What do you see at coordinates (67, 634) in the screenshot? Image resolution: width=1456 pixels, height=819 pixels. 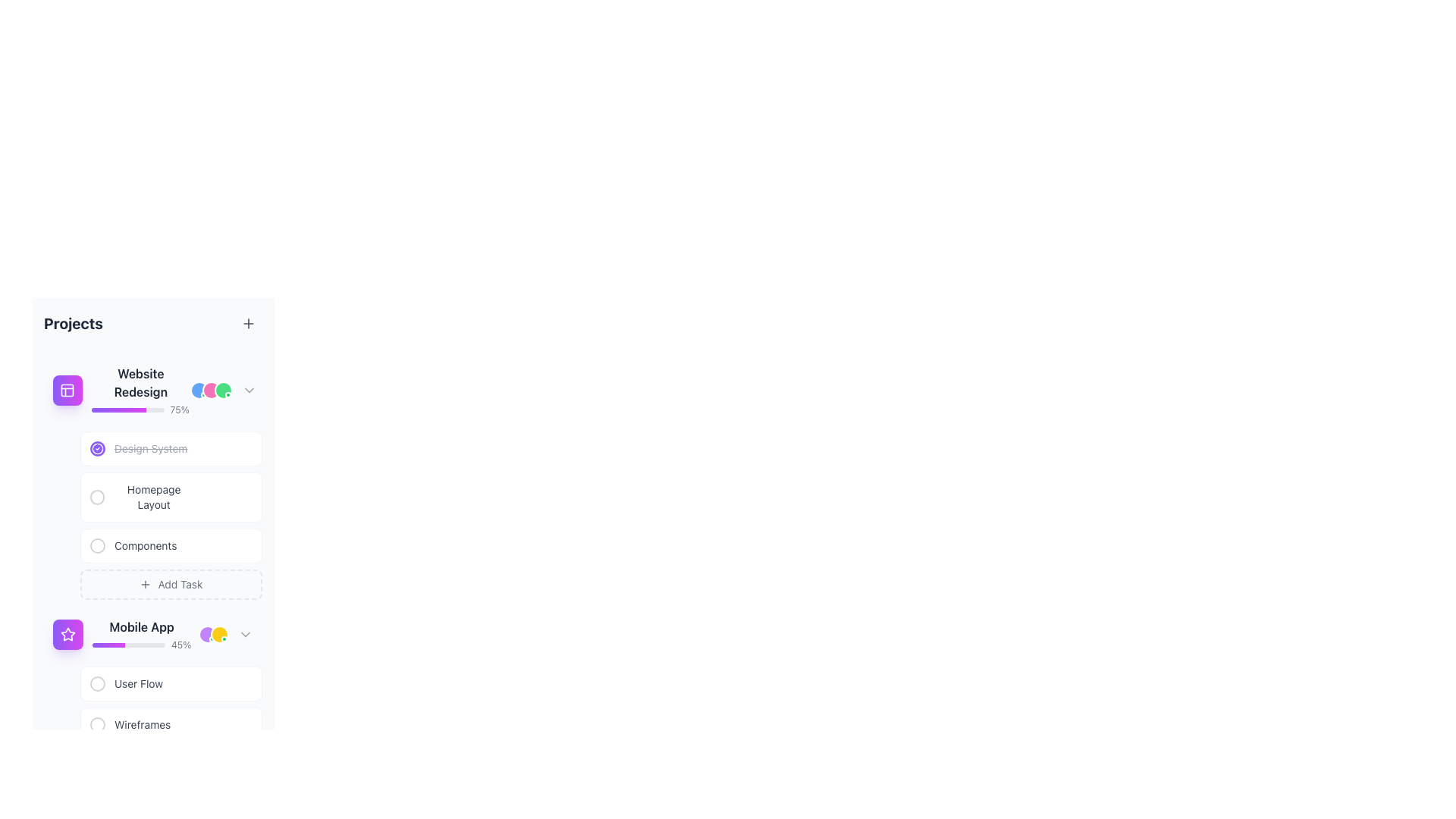 I see `the icon adjacent to the 'Mobile App' project item in the sidebar interface, which is used for marking or highlighting the project` at bounding box center [67, 634].